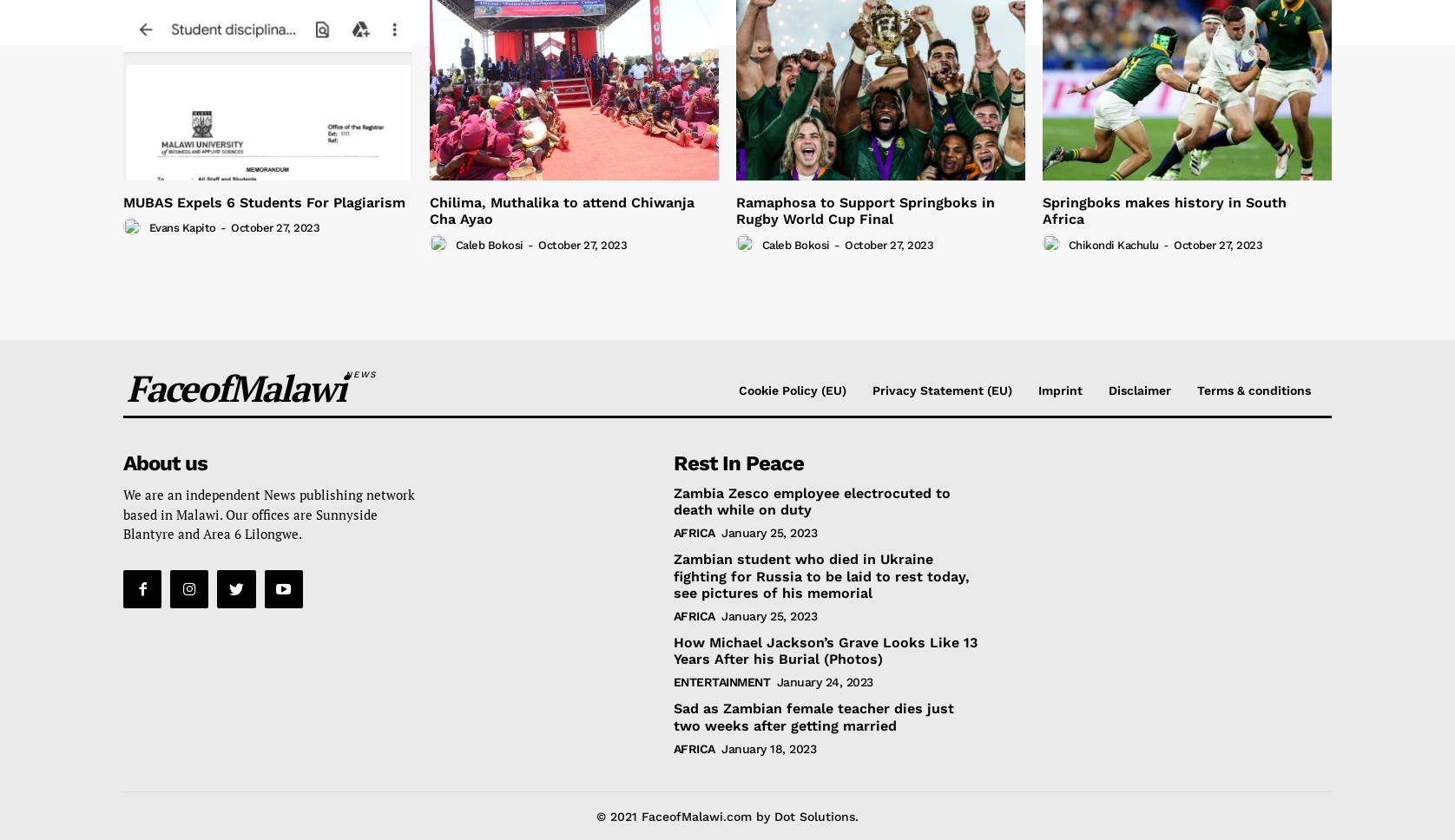  I want to click on 'Entertainment', so click(720, 681).